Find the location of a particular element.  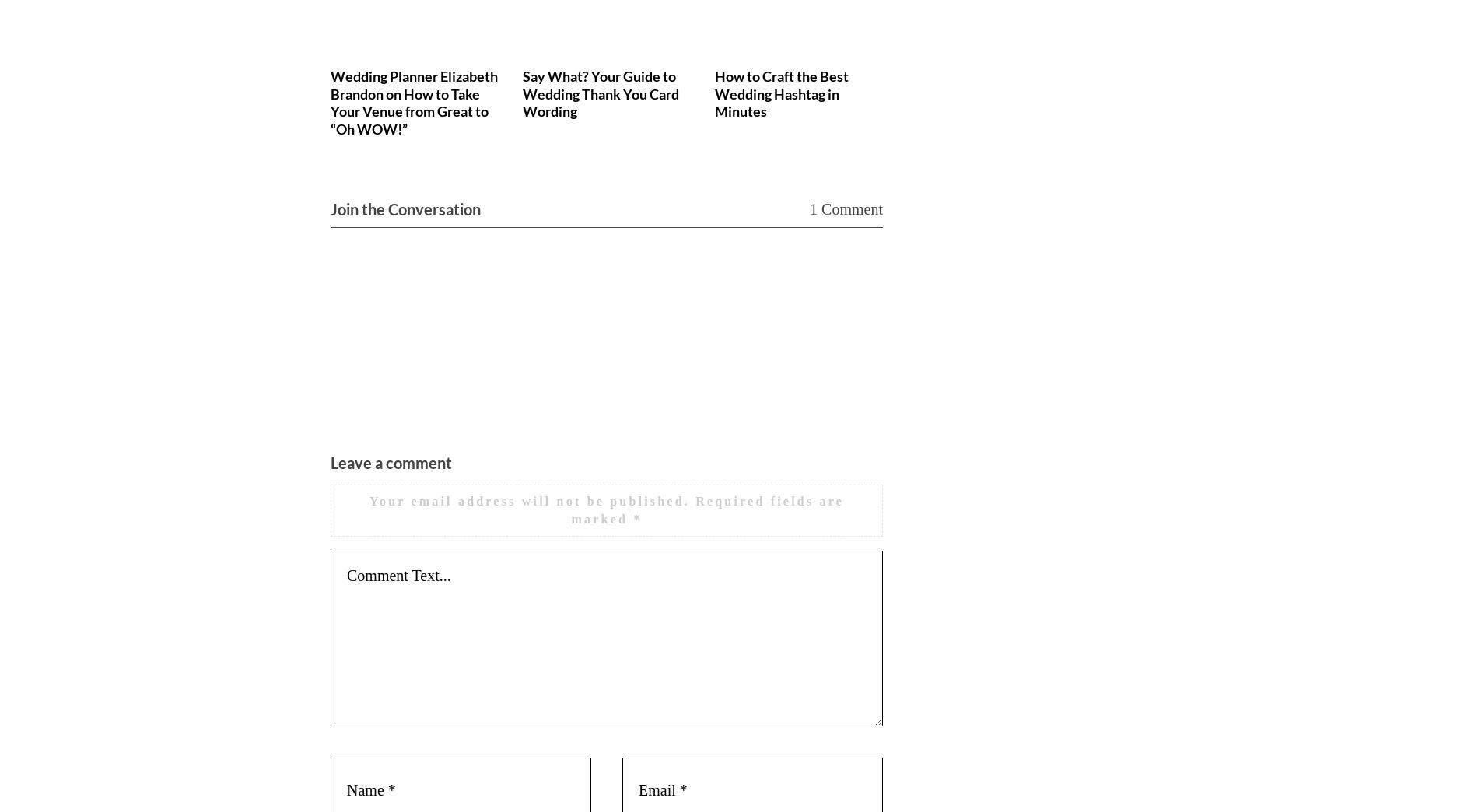

'Join the Conversation' is located at coordinates (330, 208).